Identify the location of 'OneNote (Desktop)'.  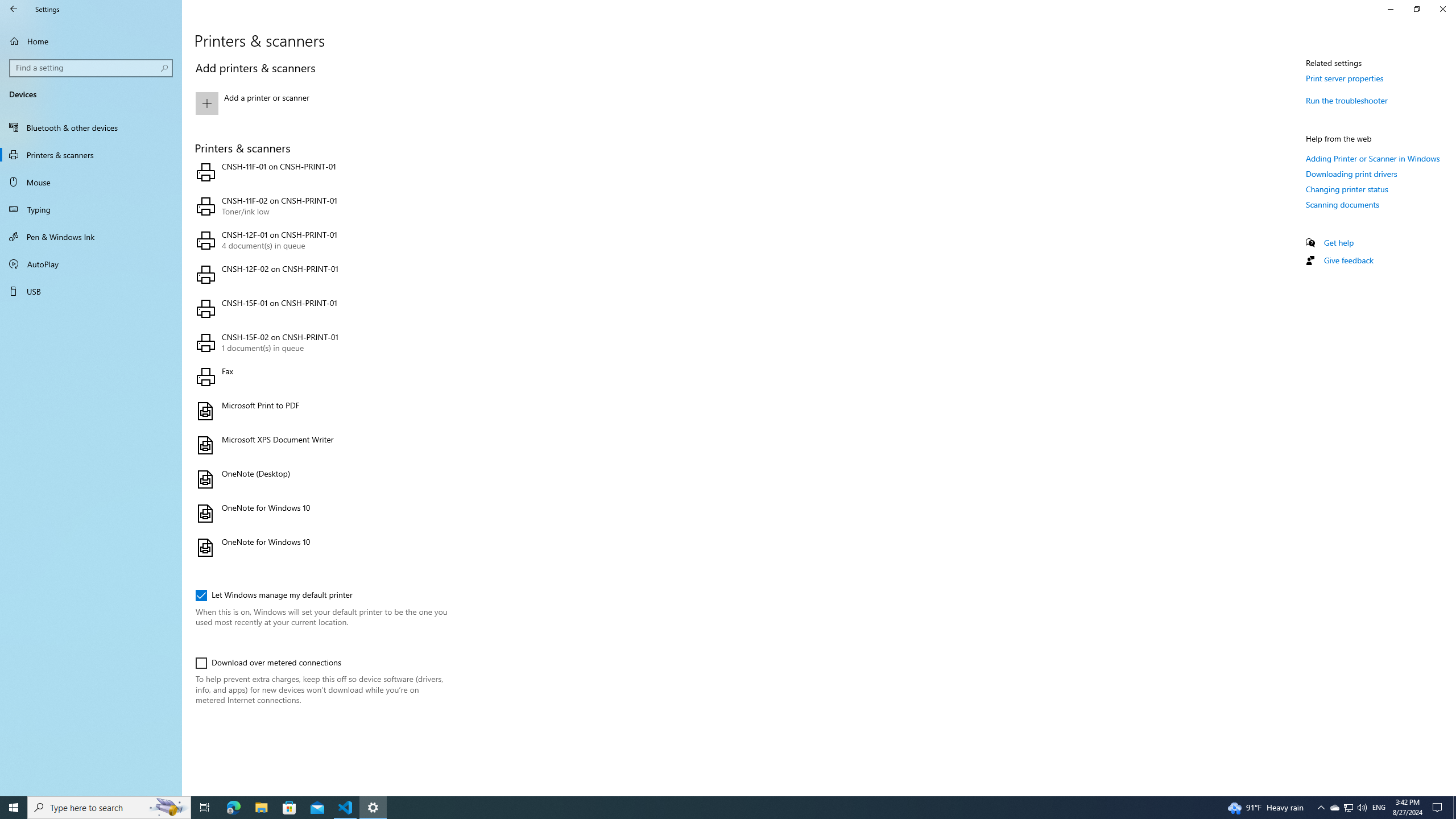
(318, 479).